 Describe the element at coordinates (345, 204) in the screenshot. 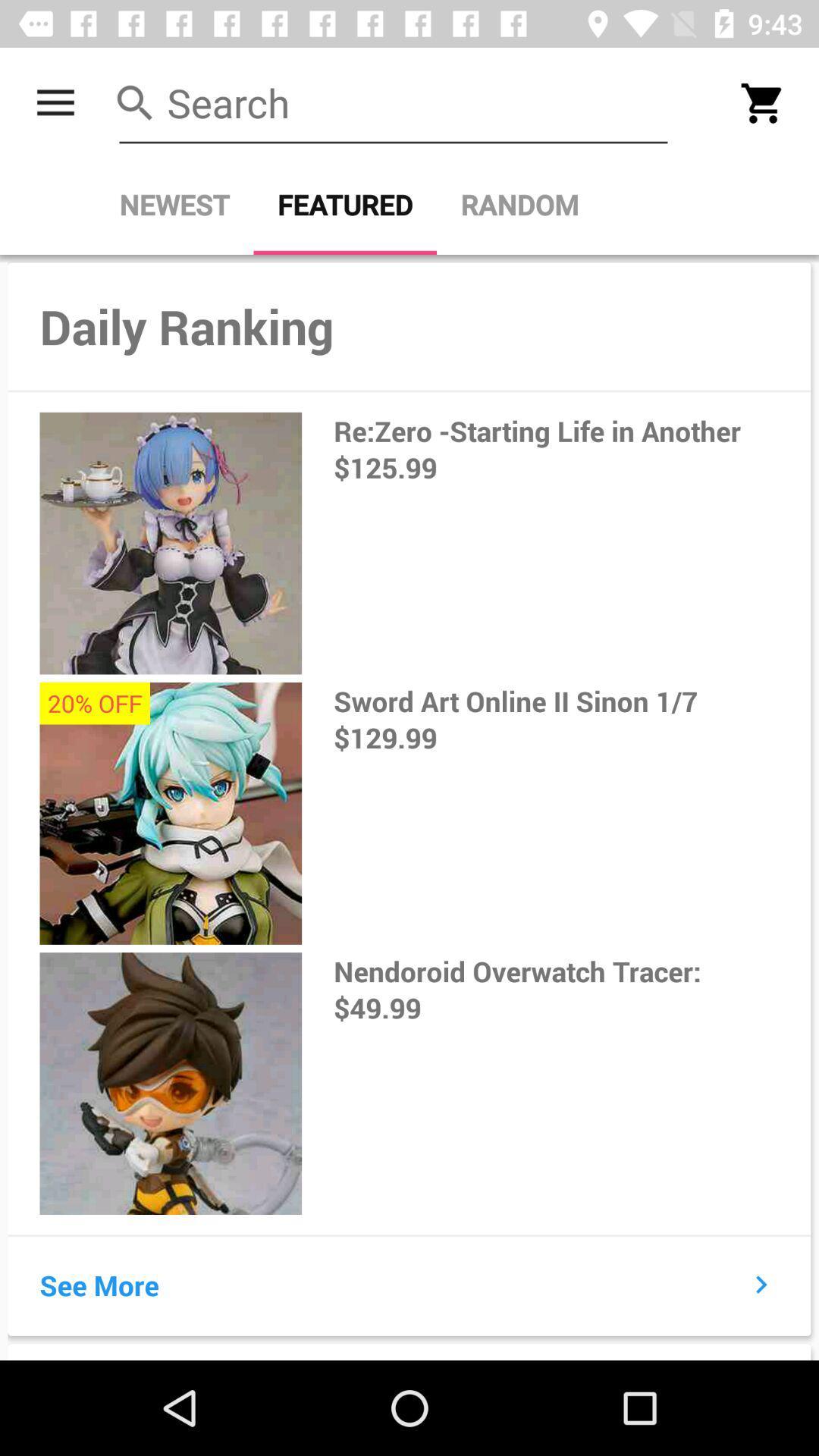

I see `icon next to the newest icon` at that location.